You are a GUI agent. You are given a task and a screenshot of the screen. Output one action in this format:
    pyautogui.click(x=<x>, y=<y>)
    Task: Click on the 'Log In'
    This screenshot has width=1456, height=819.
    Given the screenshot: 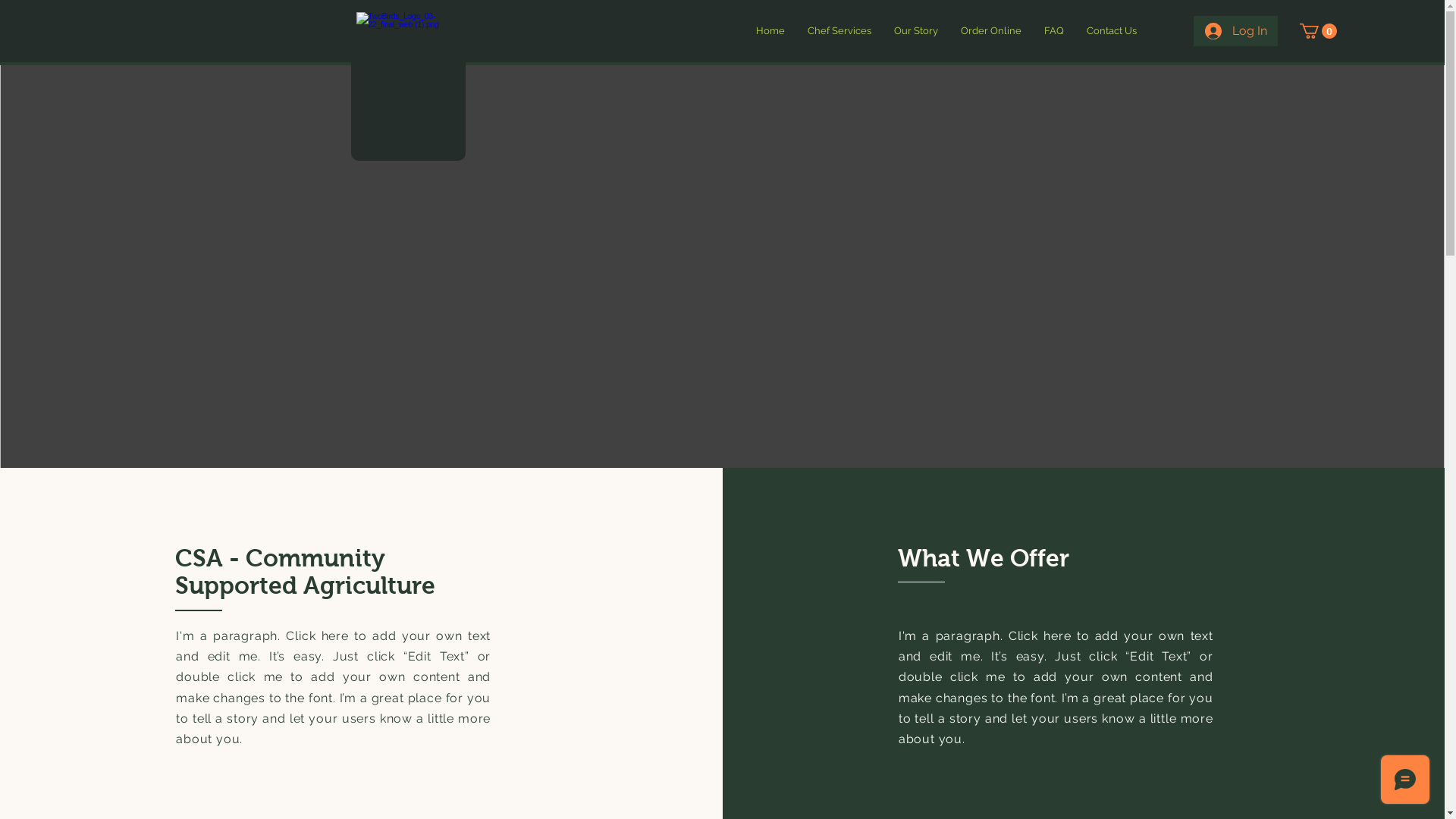 What is the action you would take?
    pyautogui.click(x=1193, y=31)
    